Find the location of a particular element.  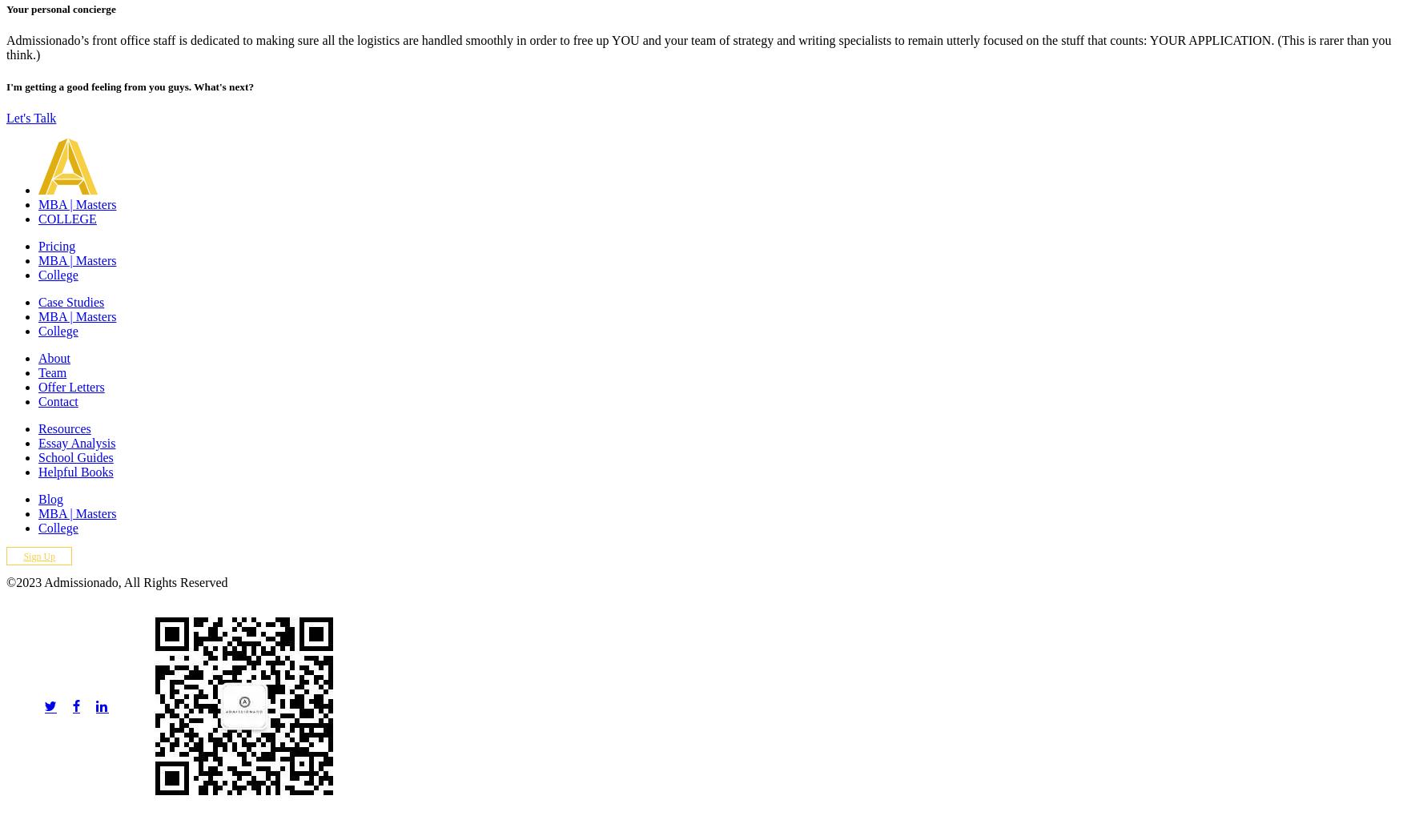

'Blog' is located at coordinates (50, 498).